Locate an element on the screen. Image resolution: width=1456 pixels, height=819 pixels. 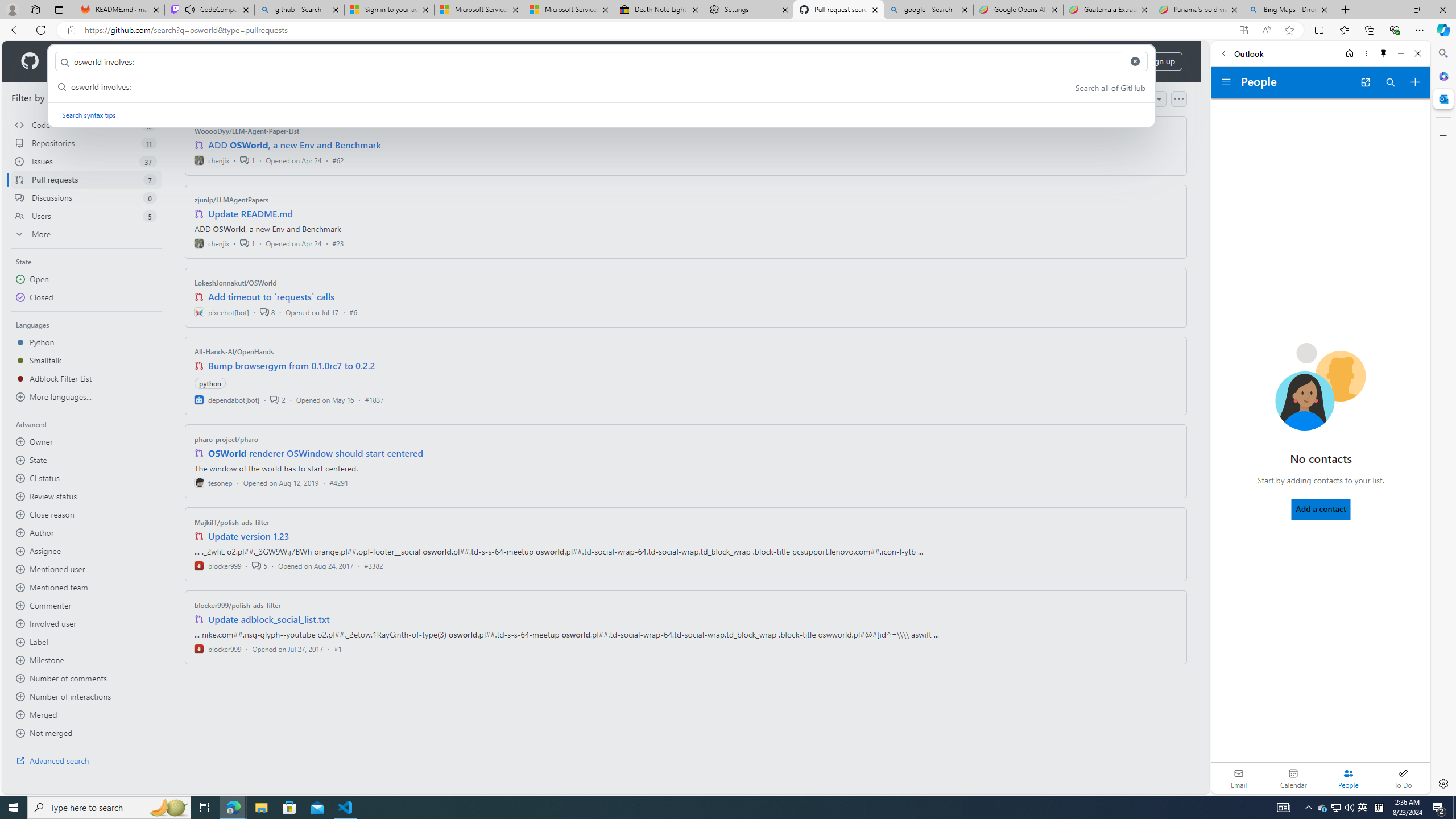
'LokeshJonnakuti/OSWorld' is located at coordinates (235, 282).